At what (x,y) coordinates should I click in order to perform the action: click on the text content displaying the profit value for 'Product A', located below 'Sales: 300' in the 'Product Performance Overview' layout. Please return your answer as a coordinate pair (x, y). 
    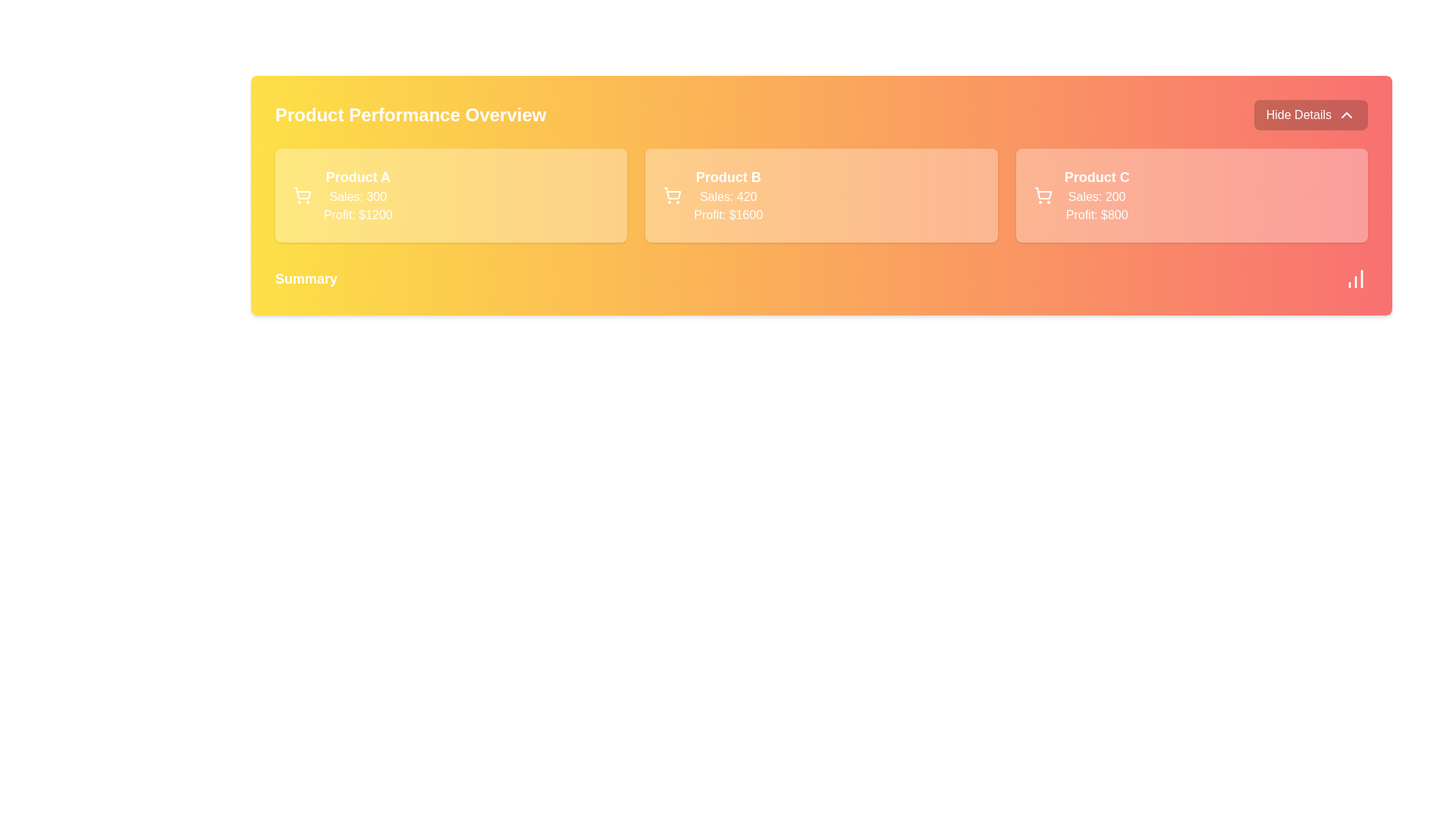
    Looking at the image, I should click on (357, 215).